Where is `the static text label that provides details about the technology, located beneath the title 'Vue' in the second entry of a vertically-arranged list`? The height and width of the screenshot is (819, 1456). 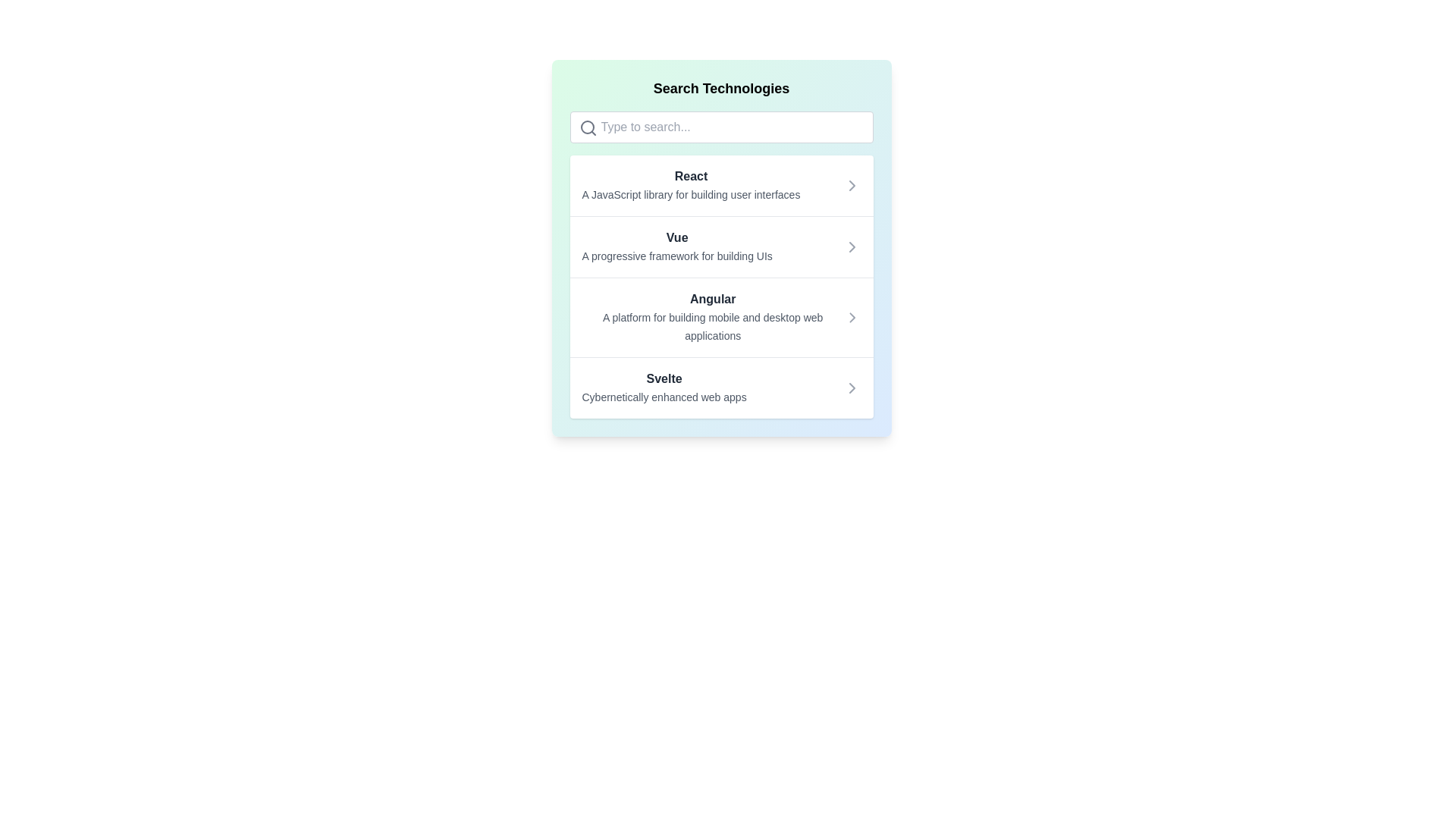
the static text label that provides details about the technology, located beneath the title 'Vue' in the second entry of a vertically-arranged list is located at coordinates (676, 256).